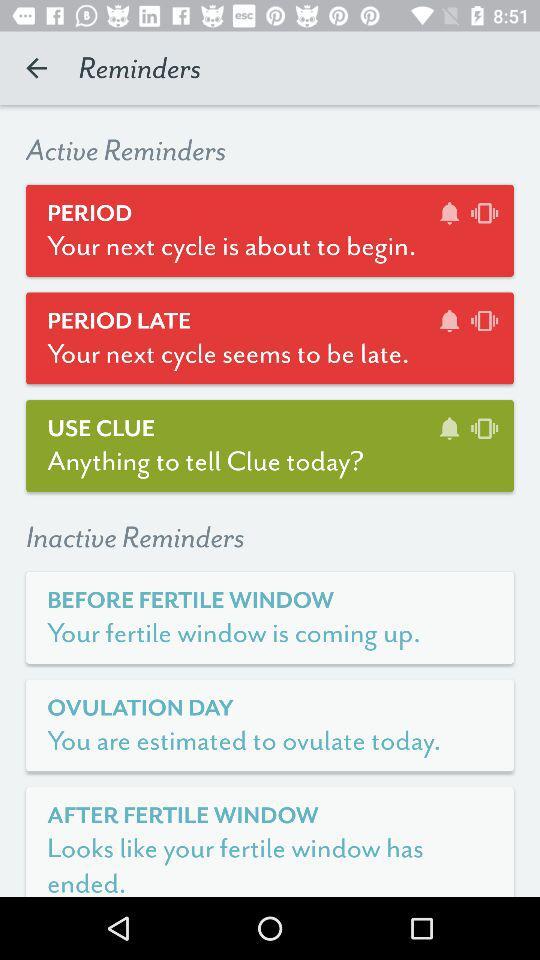 The height and width of the screenshot is (960, 540). Describe the element at coordinates (36, 68) in the screenshot. I see `app next to reminders app` at that location.